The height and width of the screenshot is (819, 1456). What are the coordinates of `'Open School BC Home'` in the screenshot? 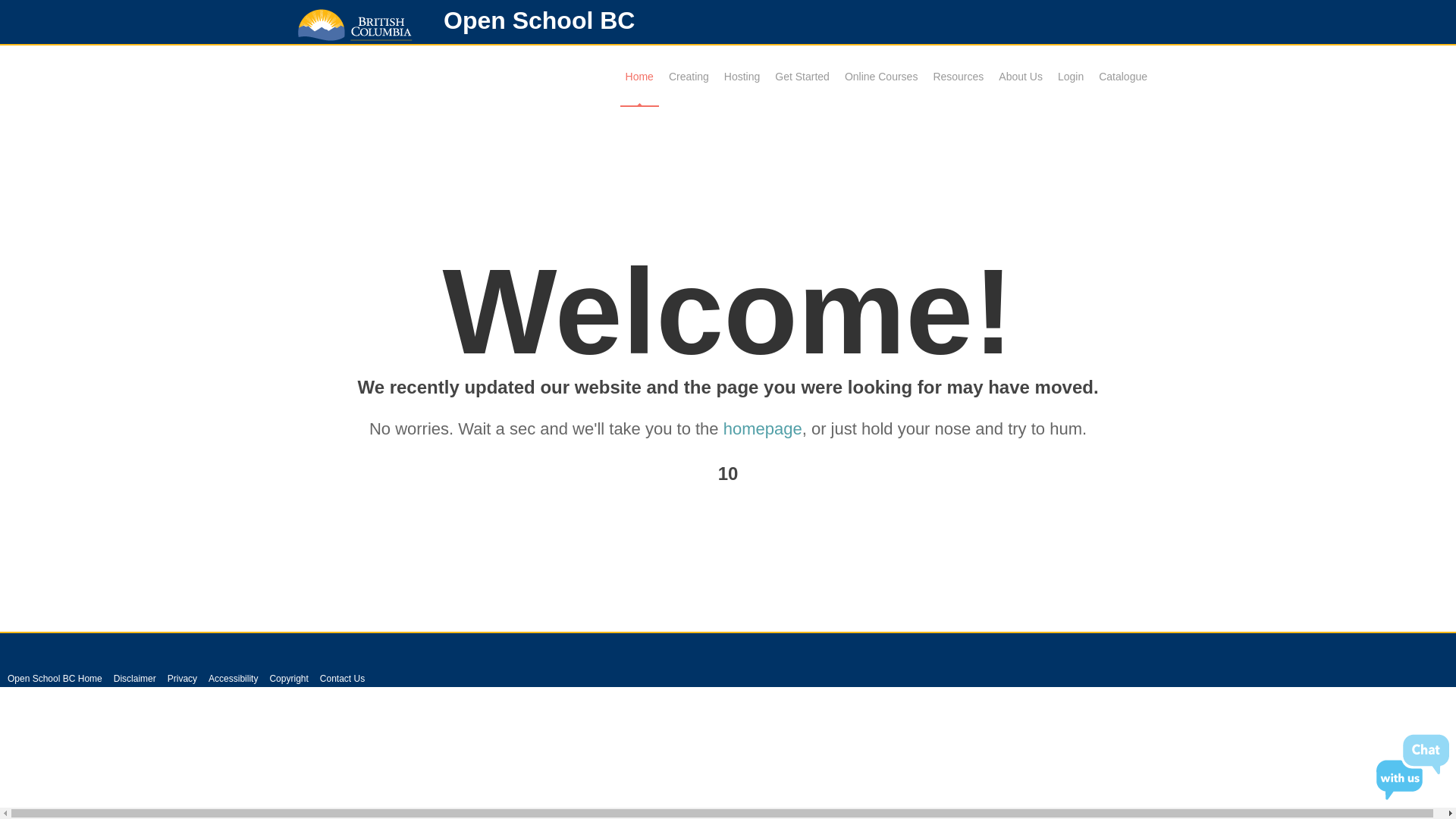 It's located at (55, 678).